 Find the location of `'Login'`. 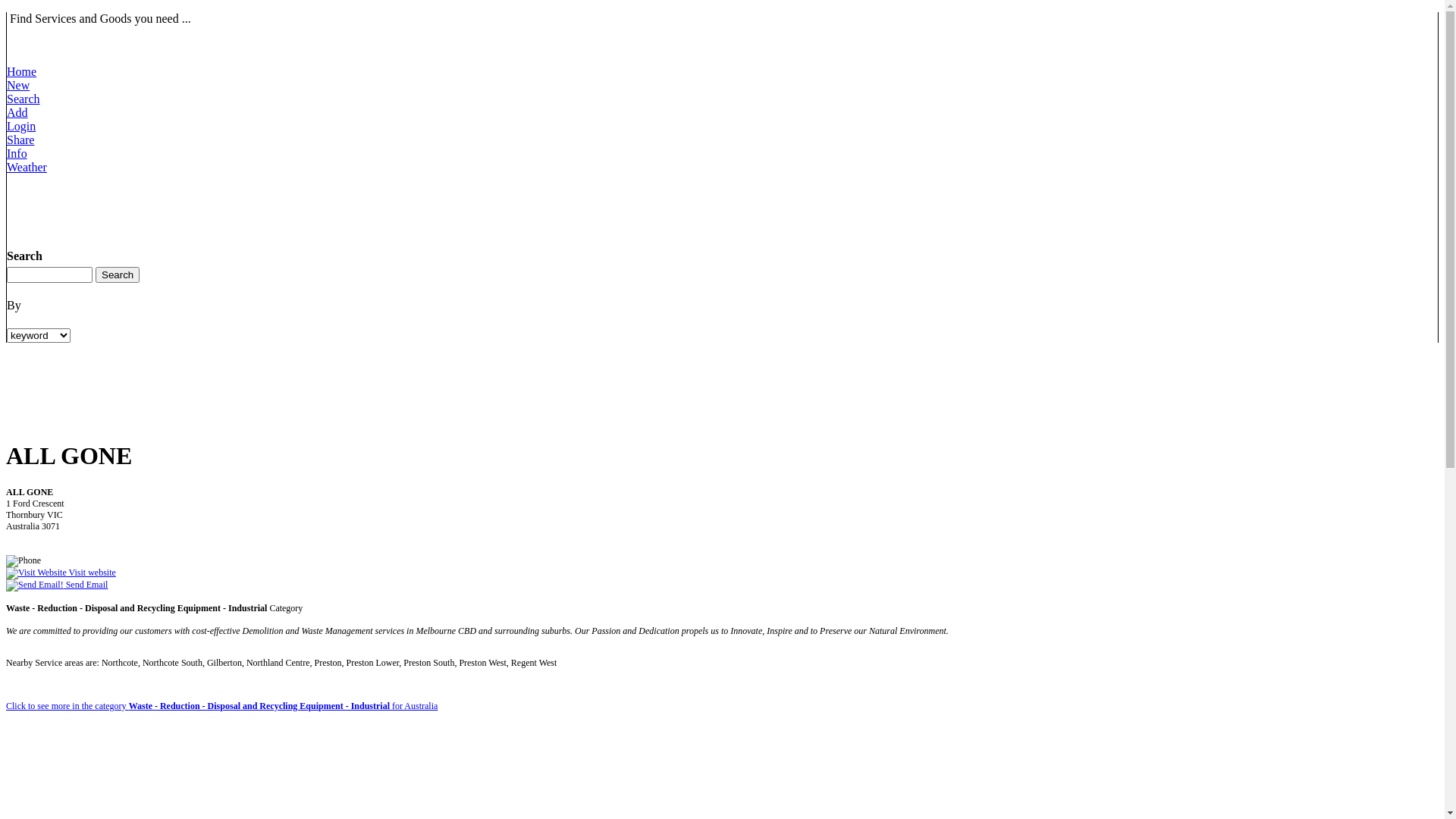

'Login' is located at coordinates (21, 132).